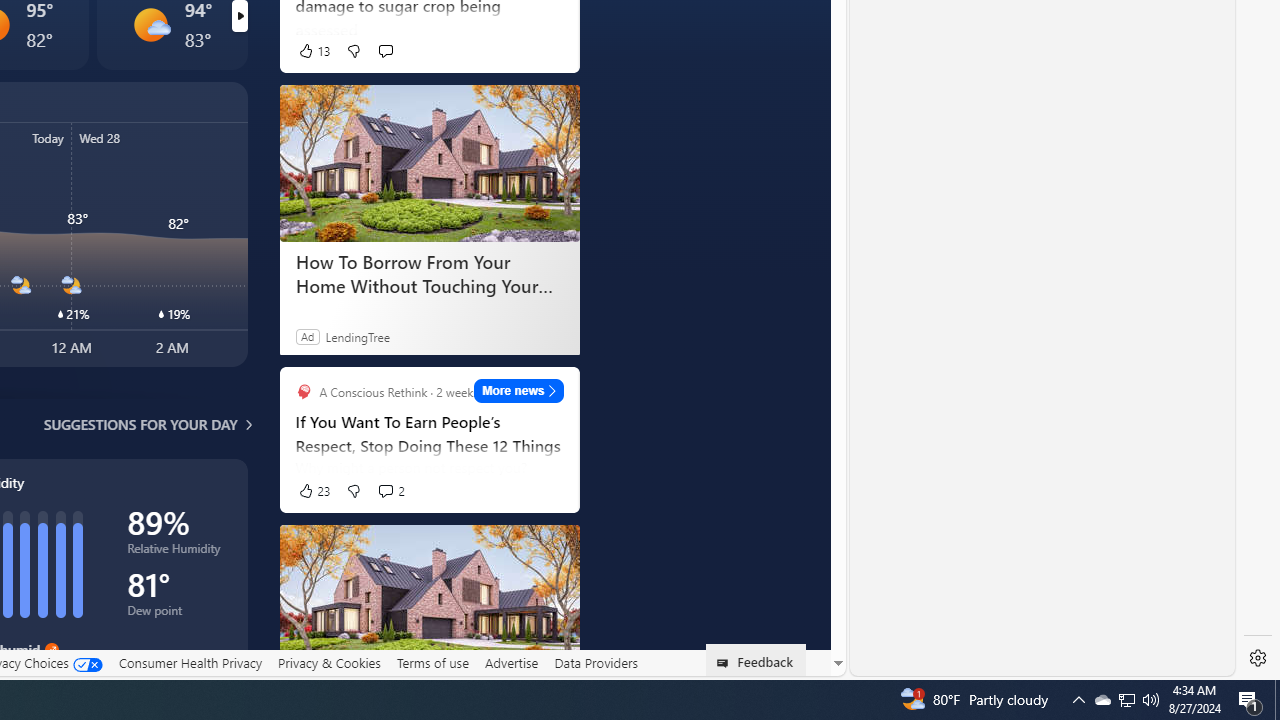 The image size is (1280, 720). What do you see at coordinates (177, 552) in the screenshot?
I see `'Relative Humidity'` at bounding box center [177, 552].